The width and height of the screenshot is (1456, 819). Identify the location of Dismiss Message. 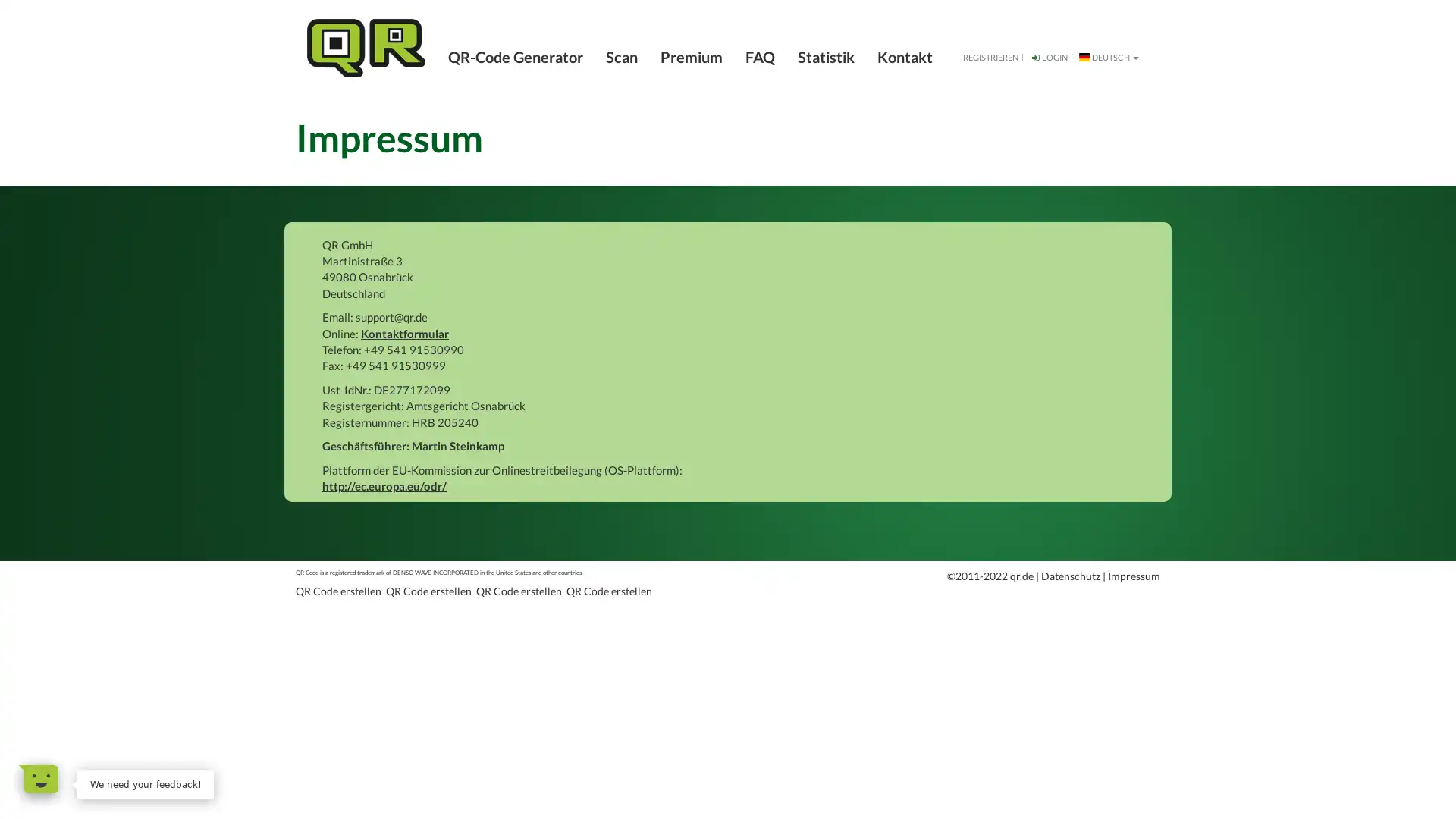
(212, 771).